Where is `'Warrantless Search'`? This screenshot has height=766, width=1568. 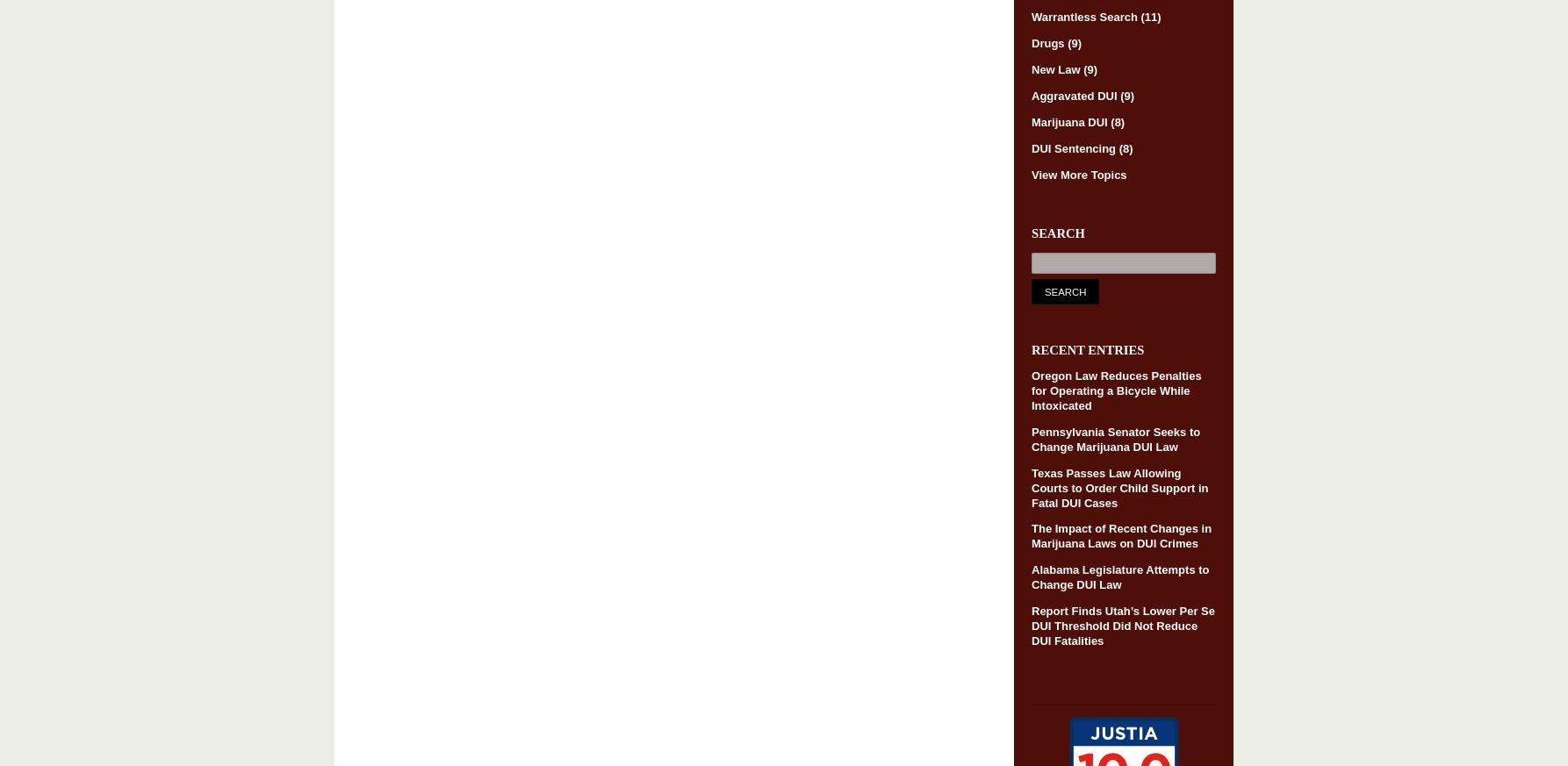
'Warrantless Search' is located at coordinates (1085, 16).